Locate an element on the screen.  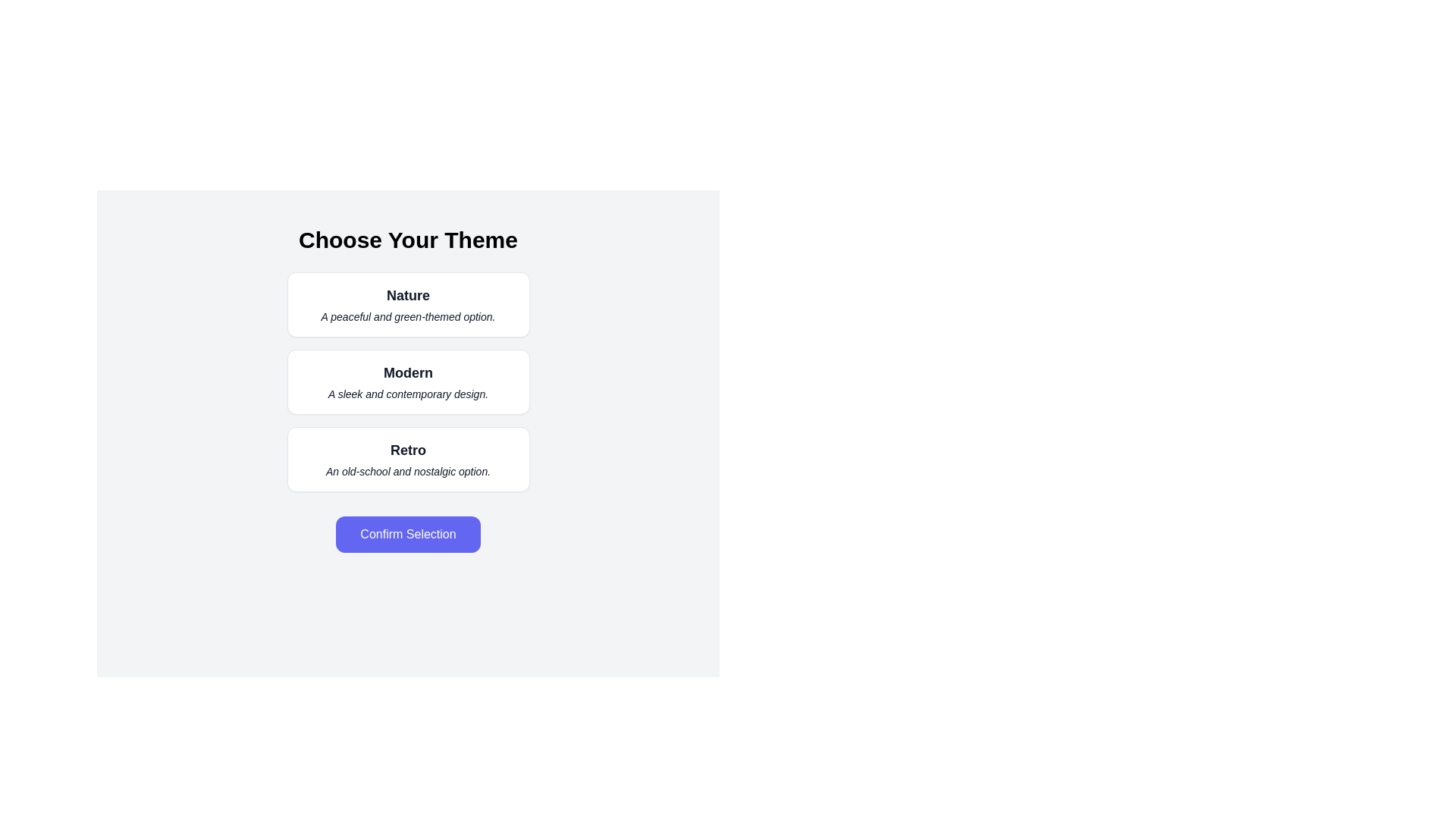
the text label displaying the title 'Retro', which is styled with a large, bold font and located in the third card from the top is located at coordinates (408, 450).